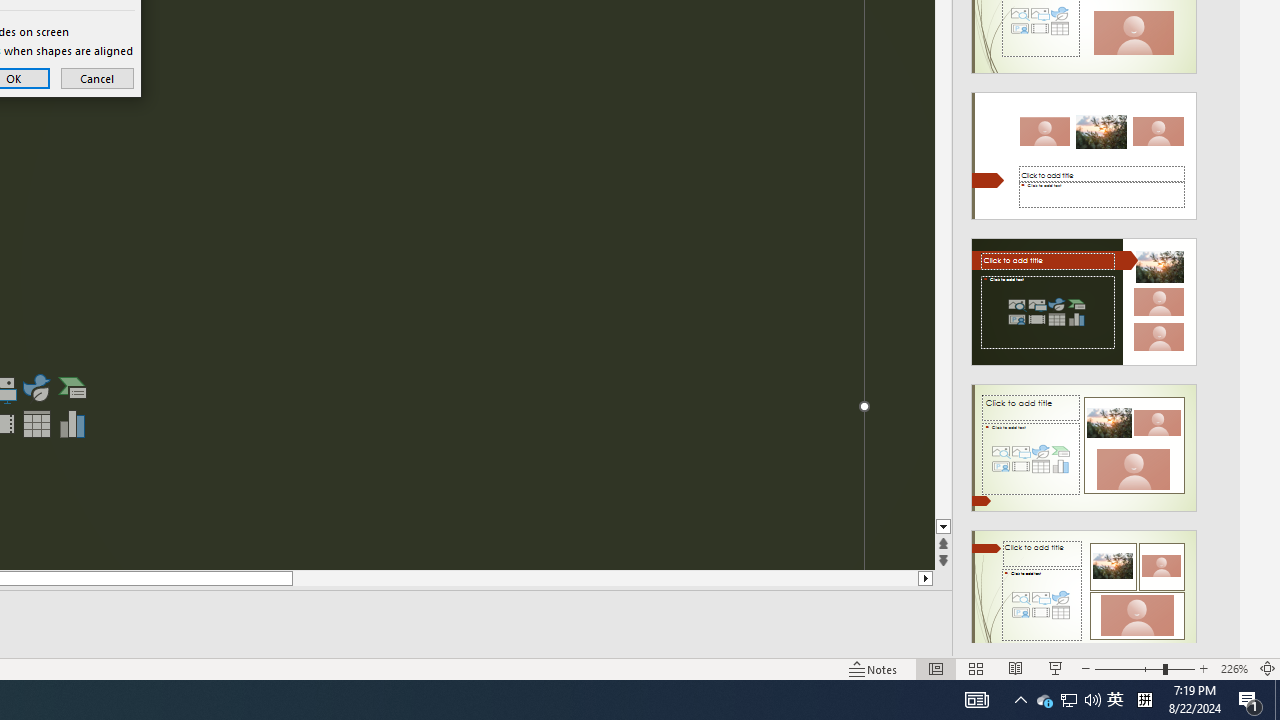  What do you see at coordinates (36, 388) in the screenshot?
I see `'Insert an Icon'` at bounding box center [36, 388].